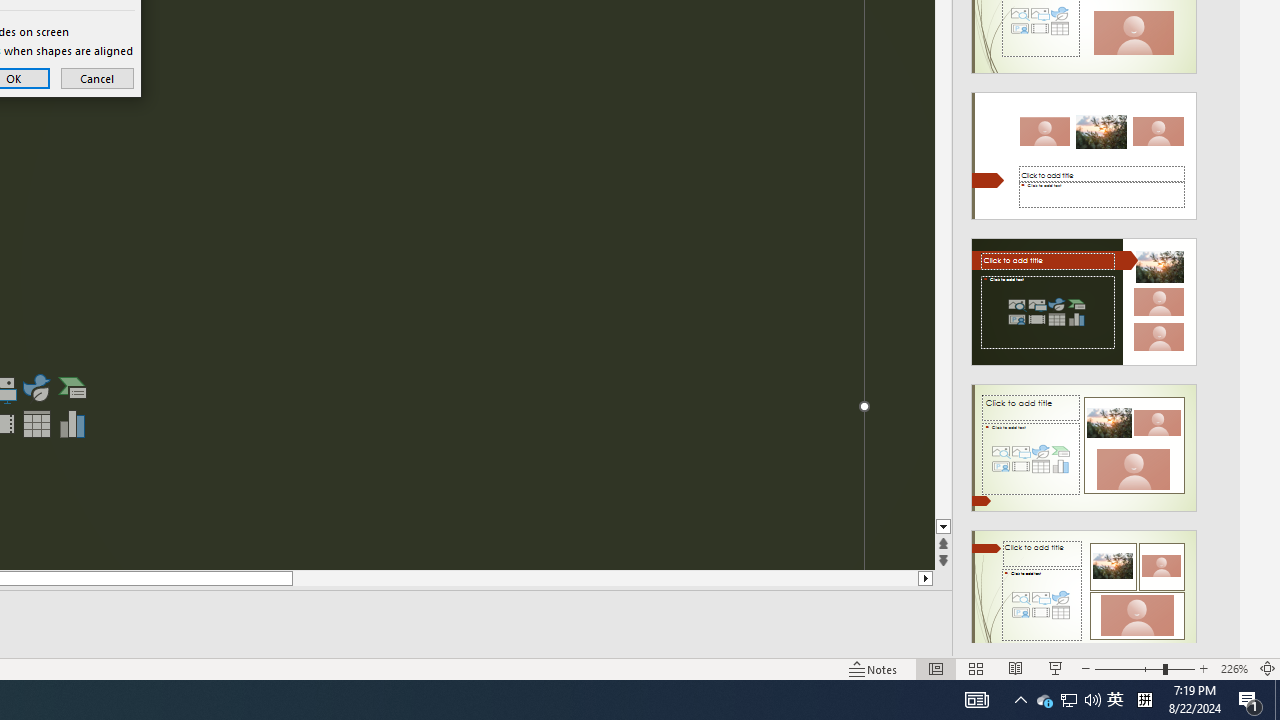  What do you see at coordinates (36, 388) in the screenshot?
I see `'Insert an Icon'` at bounding box center [36, 388].